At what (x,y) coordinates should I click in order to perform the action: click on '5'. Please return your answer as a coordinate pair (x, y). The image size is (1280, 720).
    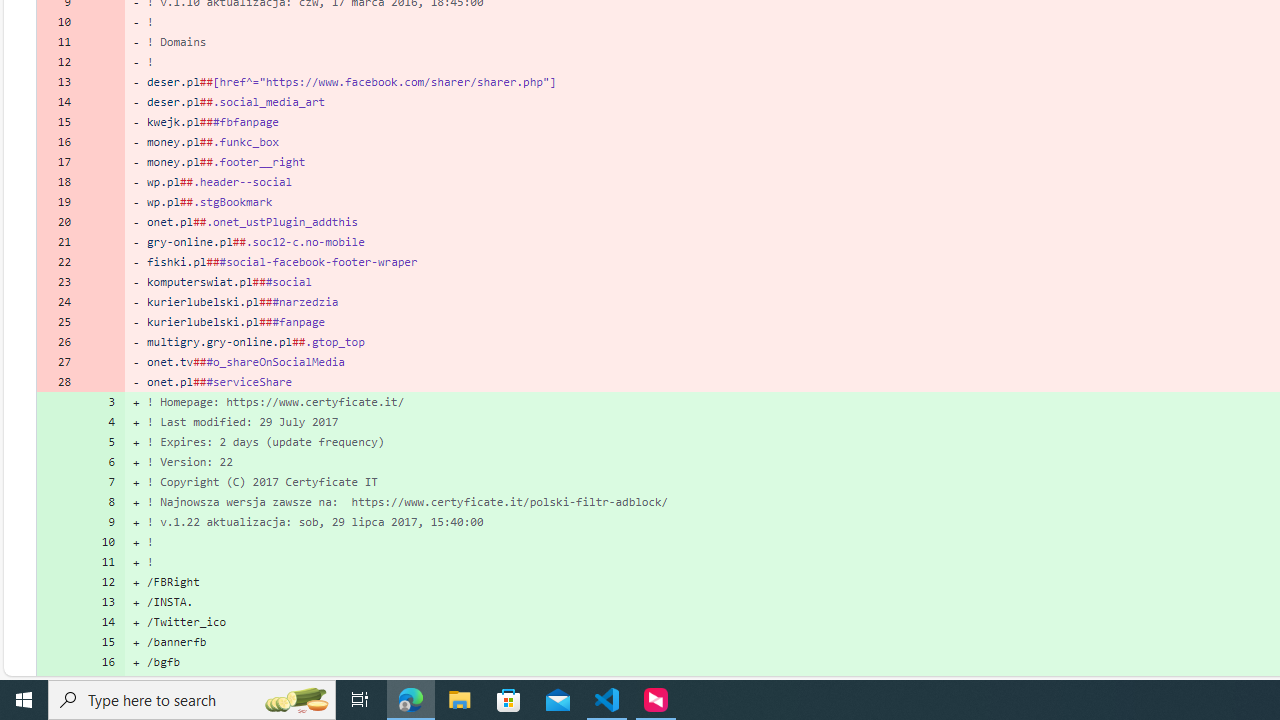
    Looking at the image, I should click on (102, 441).